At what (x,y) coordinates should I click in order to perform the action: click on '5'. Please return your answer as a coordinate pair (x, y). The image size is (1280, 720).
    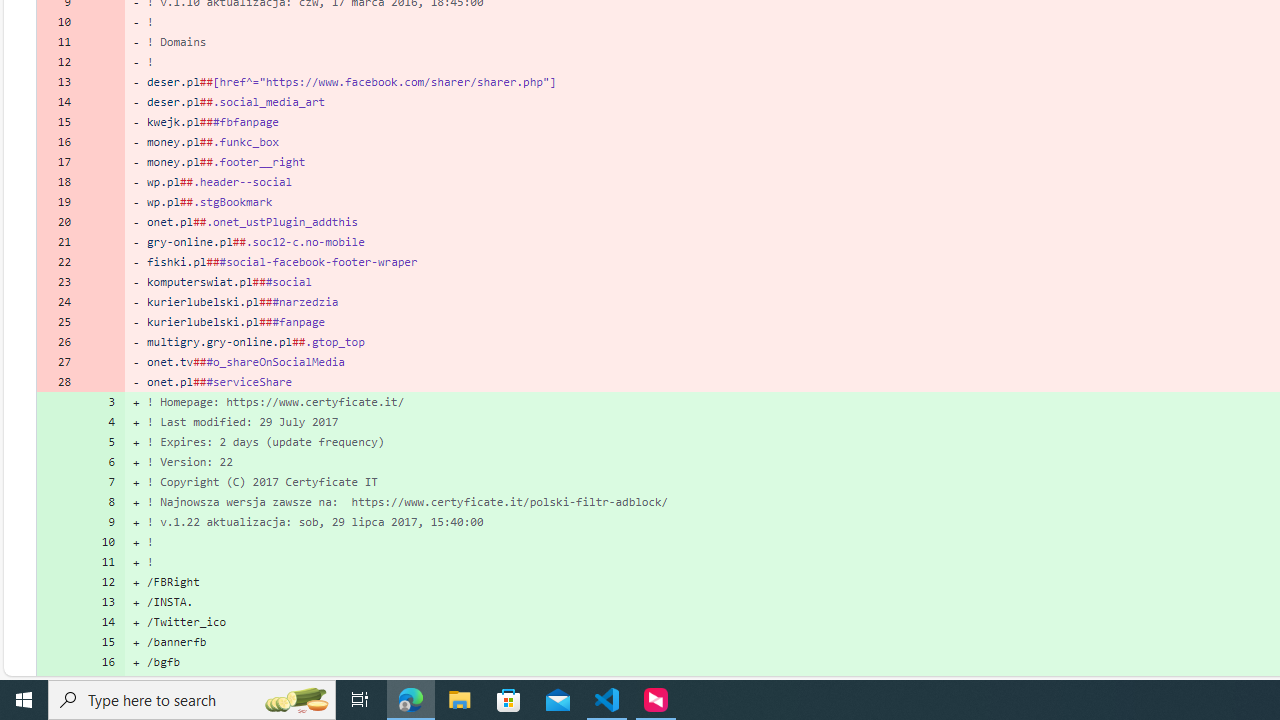
    Looking at the image, I should click on (102, 441).